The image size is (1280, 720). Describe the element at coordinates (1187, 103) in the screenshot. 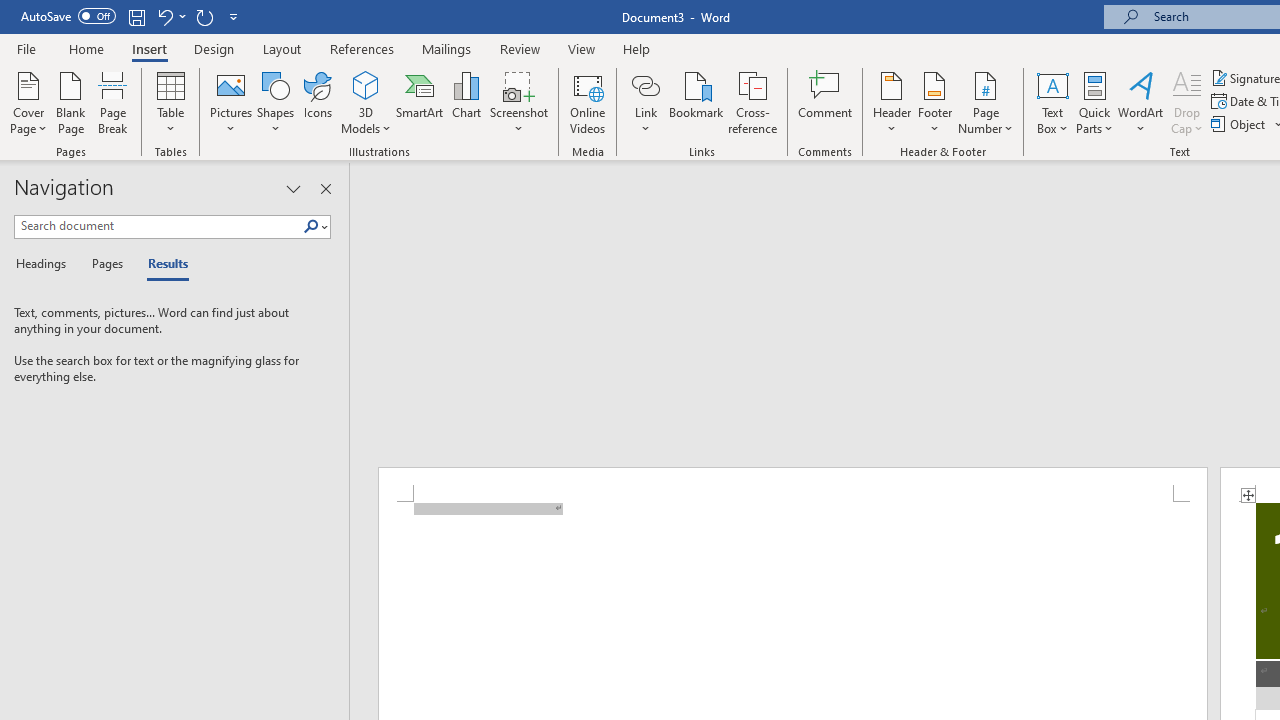

I see `'Drop Cap'` at that location.